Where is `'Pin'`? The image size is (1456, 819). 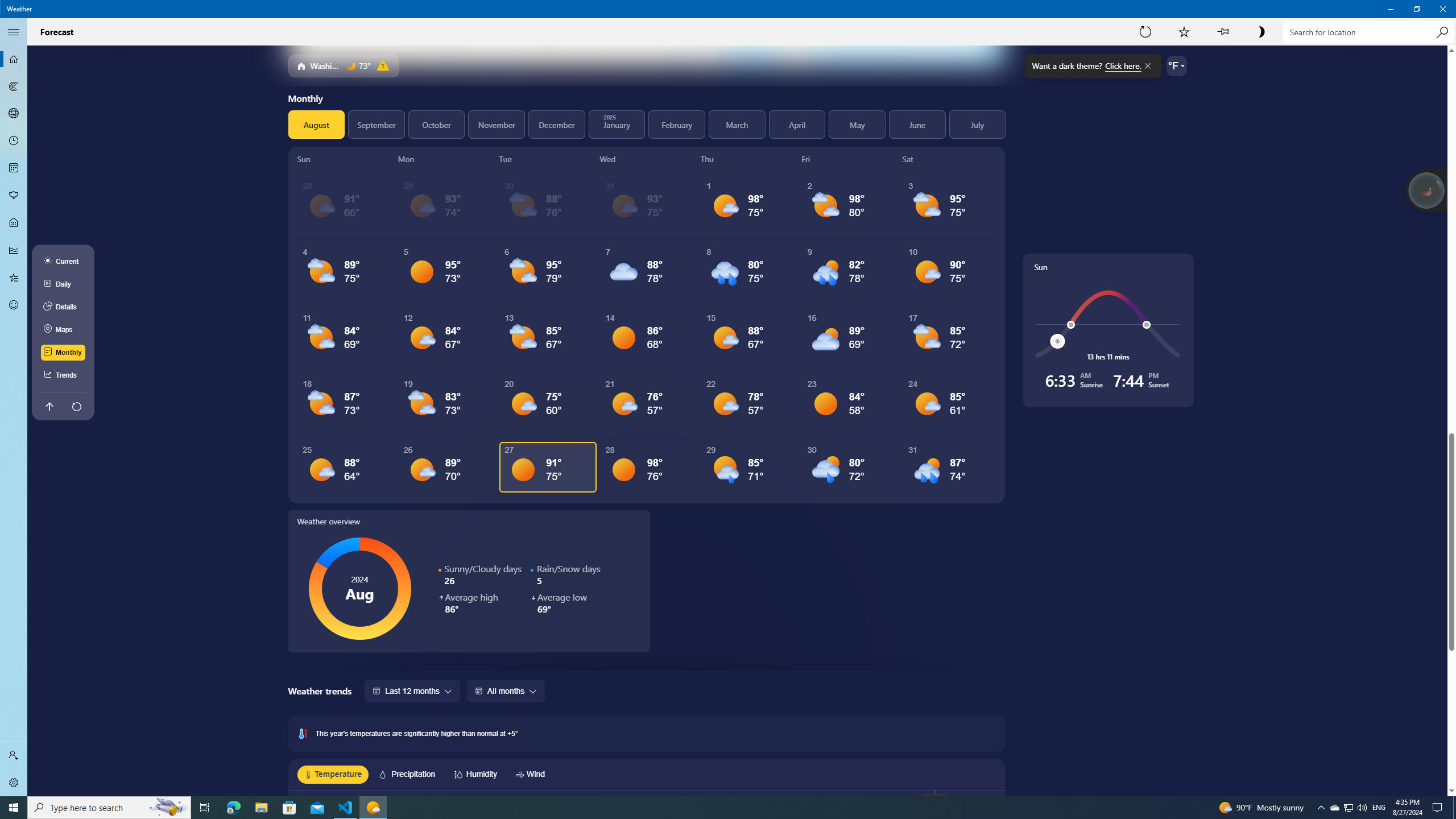
'Pin' is located at coordinates (1222, 31).